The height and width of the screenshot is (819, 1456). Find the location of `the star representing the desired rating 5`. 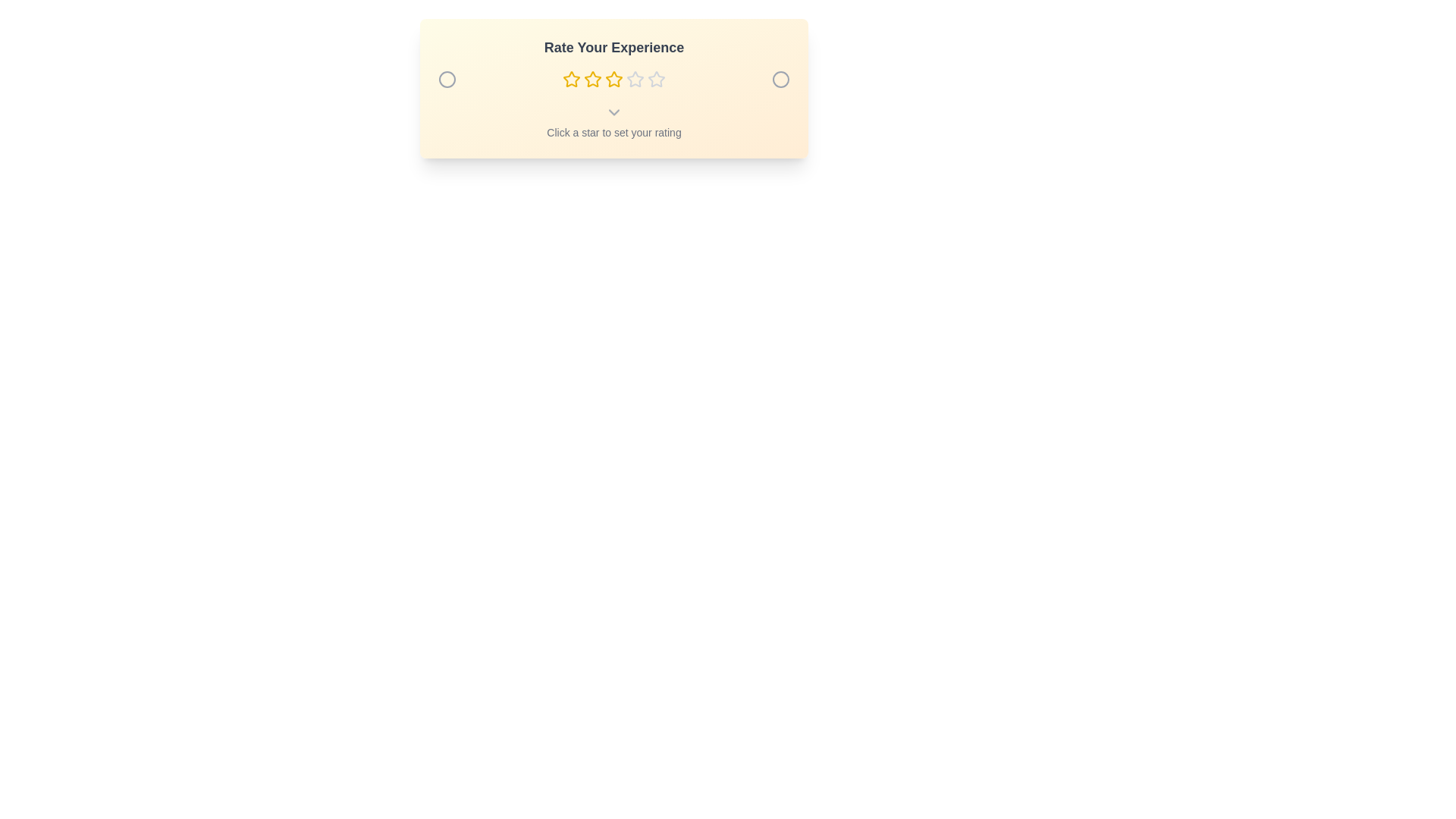

the star representing the desired rating 5 is located at coordinates (656, 79).